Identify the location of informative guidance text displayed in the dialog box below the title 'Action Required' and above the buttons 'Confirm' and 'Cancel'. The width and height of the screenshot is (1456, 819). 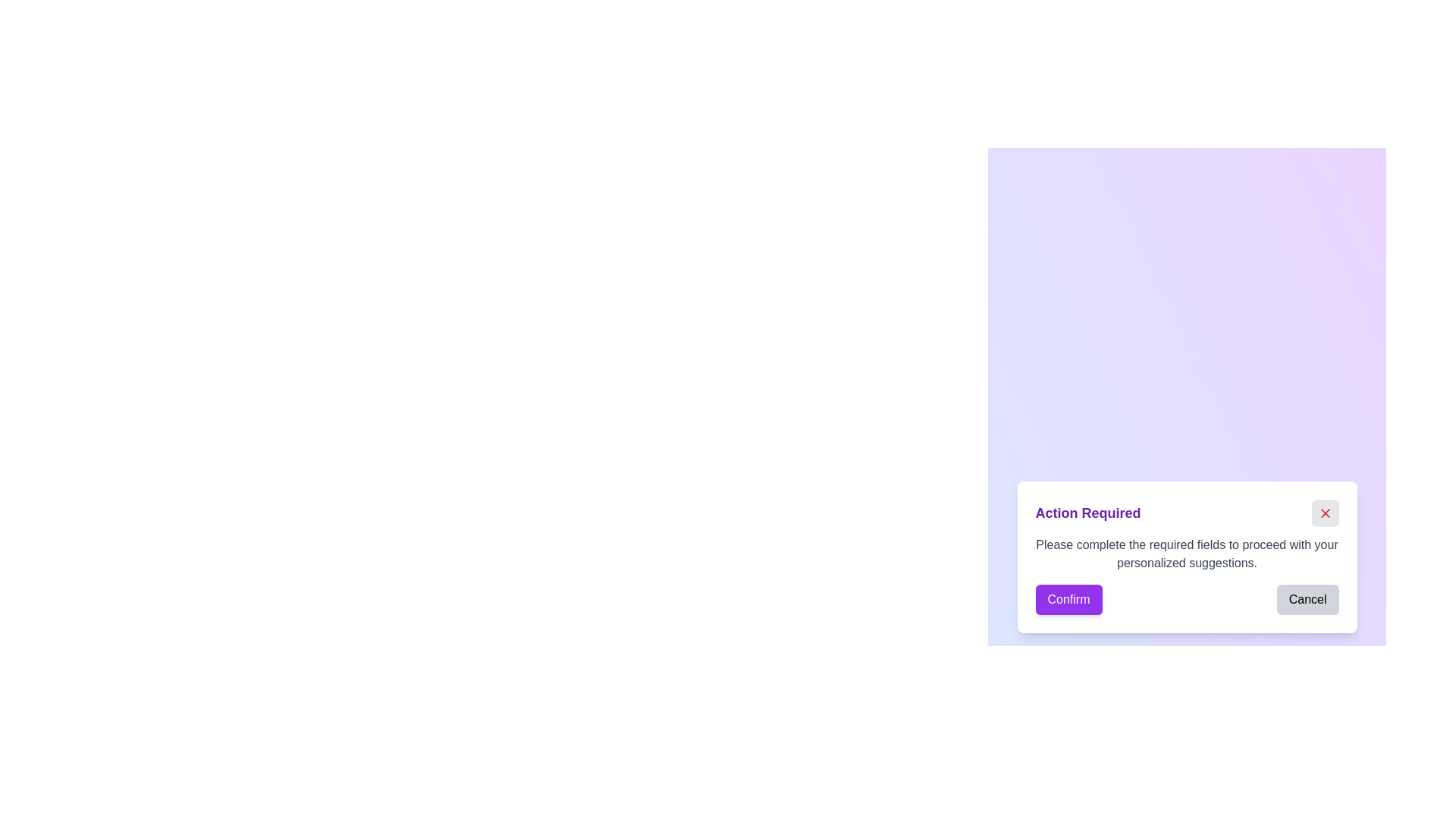
(1186, 554).